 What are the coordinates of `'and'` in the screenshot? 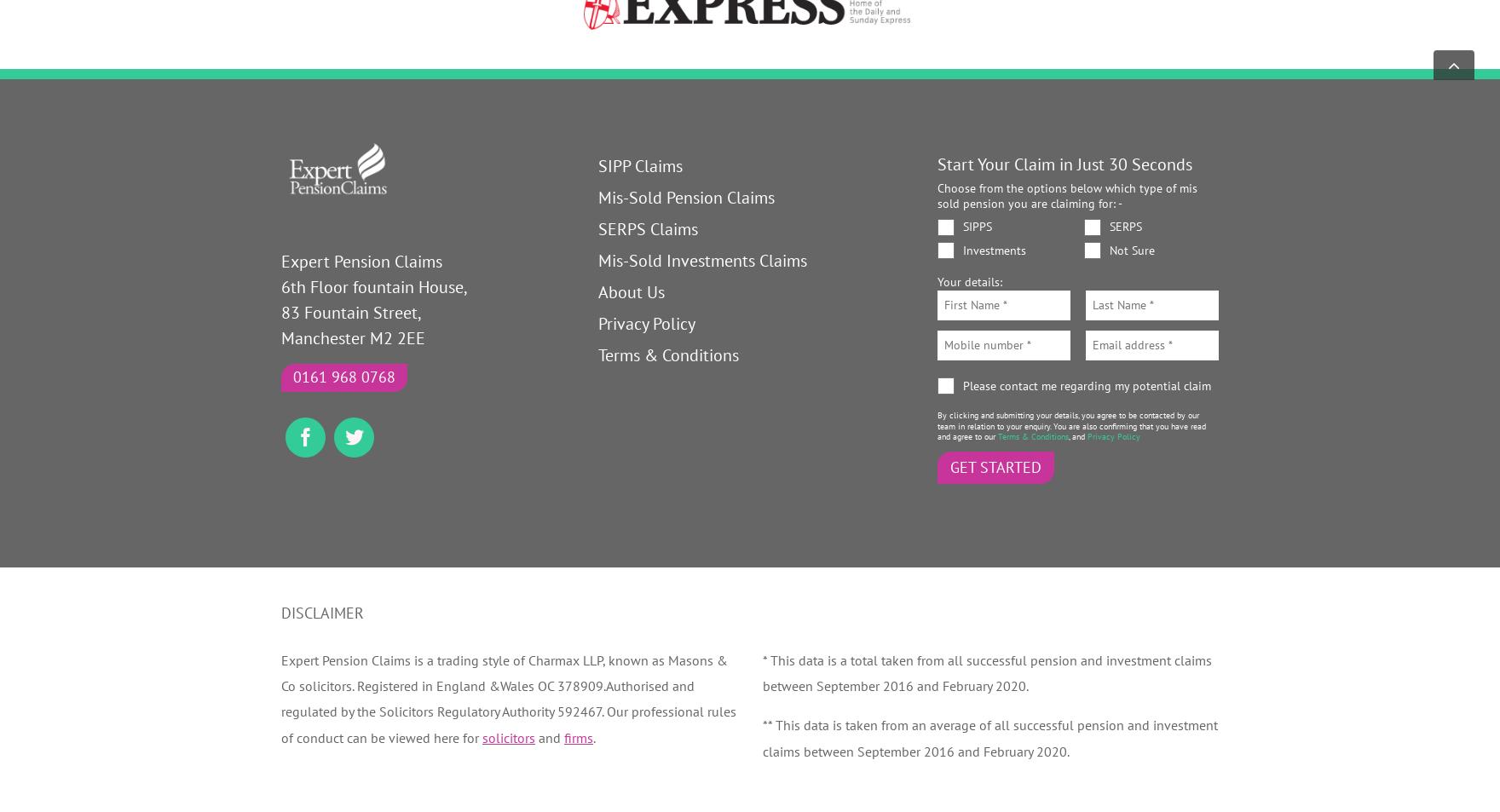 It's located at (534, 737).